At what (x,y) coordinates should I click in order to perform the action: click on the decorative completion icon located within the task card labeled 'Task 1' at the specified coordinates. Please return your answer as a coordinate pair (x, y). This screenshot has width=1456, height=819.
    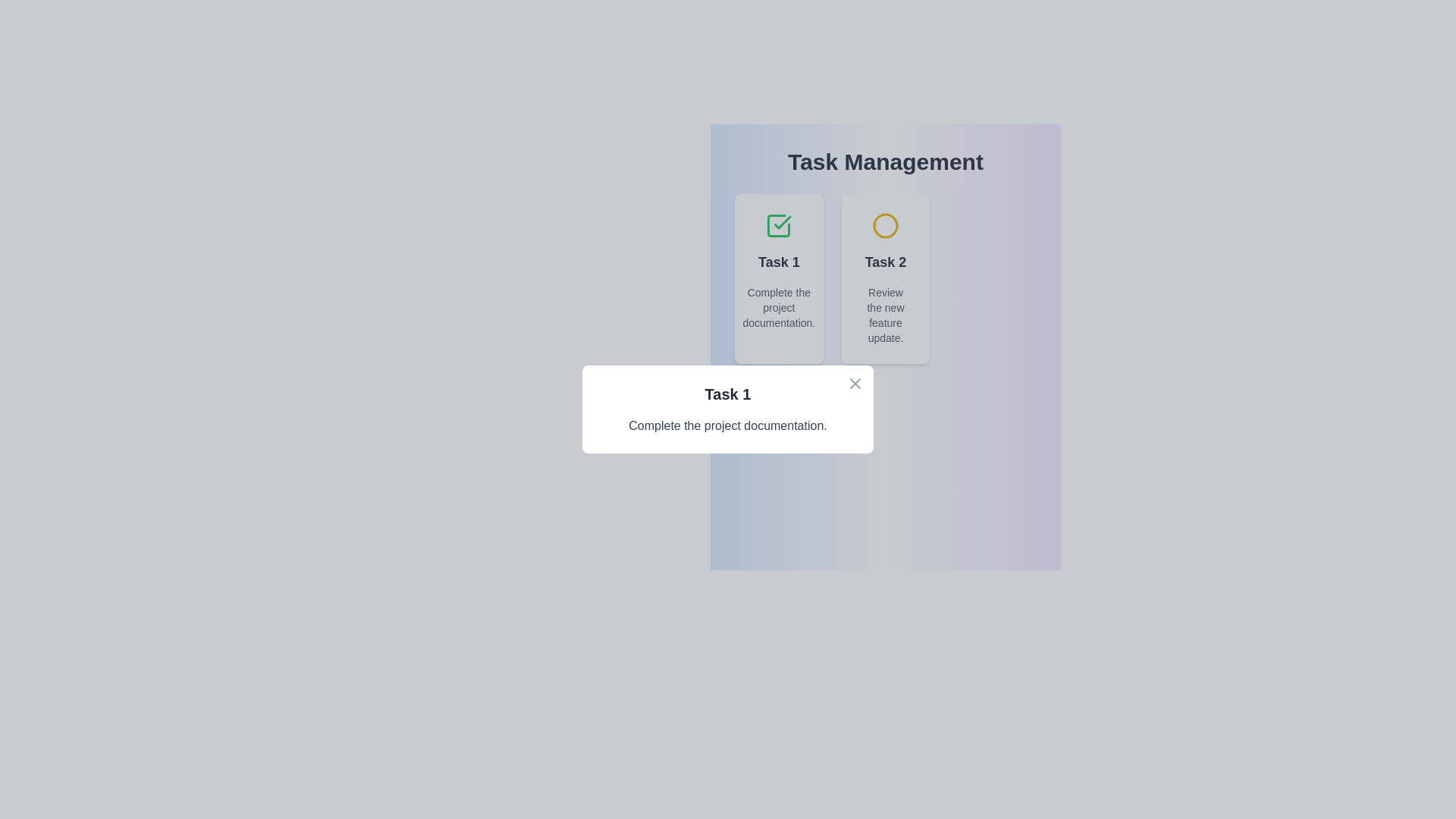
    Looking at the image, I should click on (783, 222).